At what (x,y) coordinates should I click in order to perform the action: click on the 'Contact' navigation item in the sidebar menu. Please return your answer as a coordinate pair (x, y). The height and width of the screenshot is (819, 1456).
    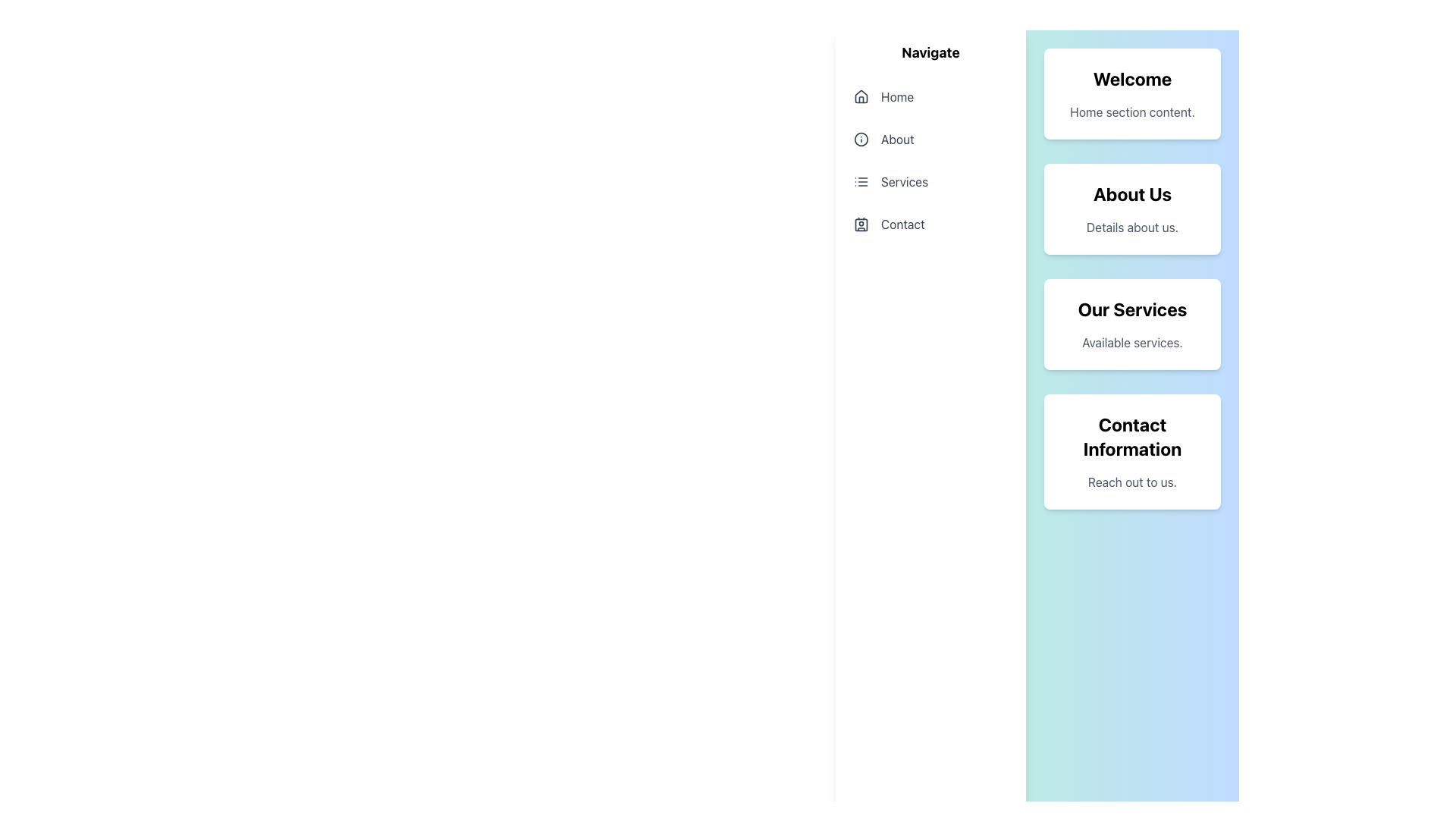
    Looking at the image, I should click on (930, 224).